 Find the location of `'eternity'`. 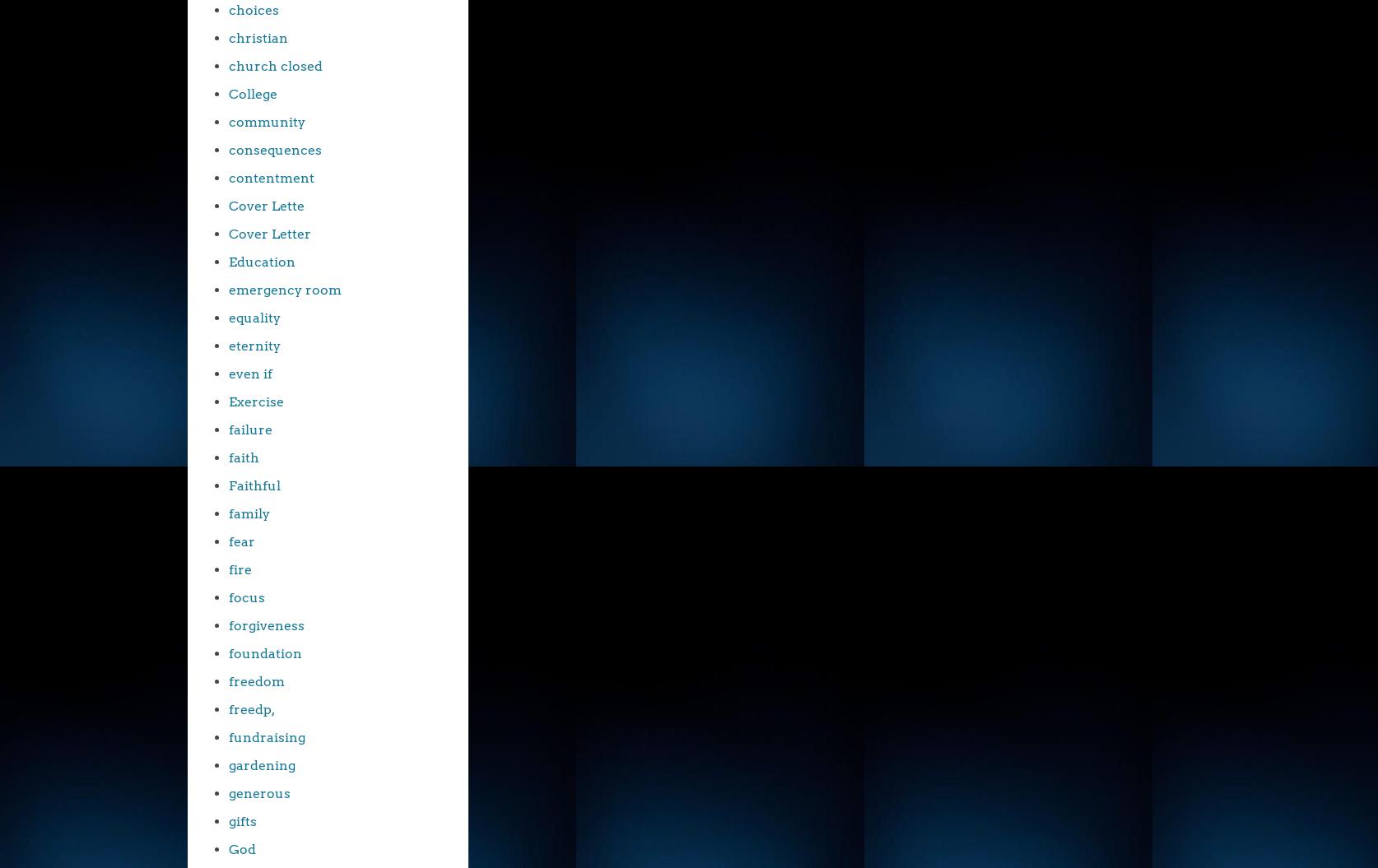

'eternity' is located at coordinates (254, 345).